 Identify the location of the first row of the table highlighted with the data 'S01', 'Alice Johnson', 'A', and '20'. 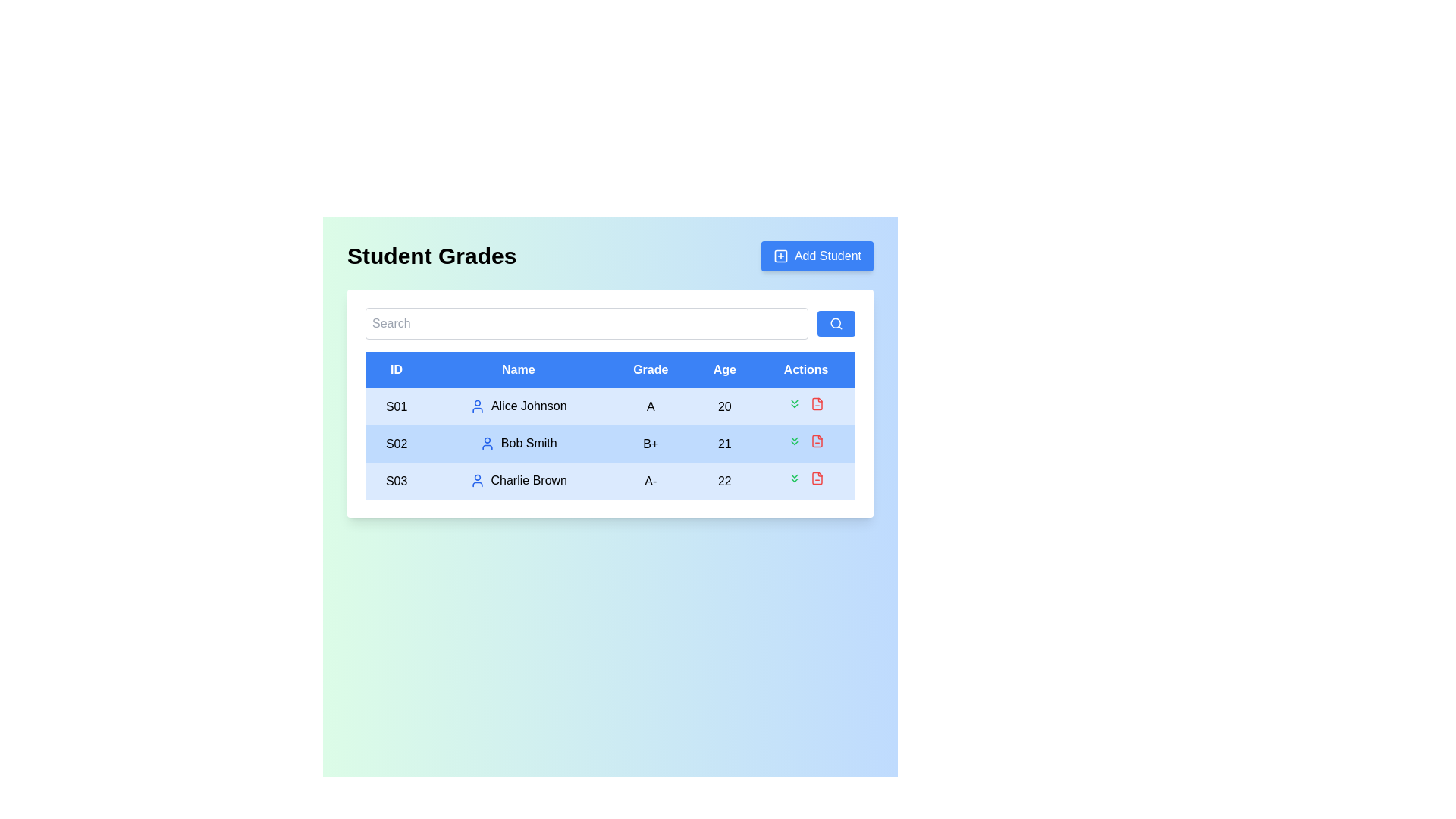
(610, 406).